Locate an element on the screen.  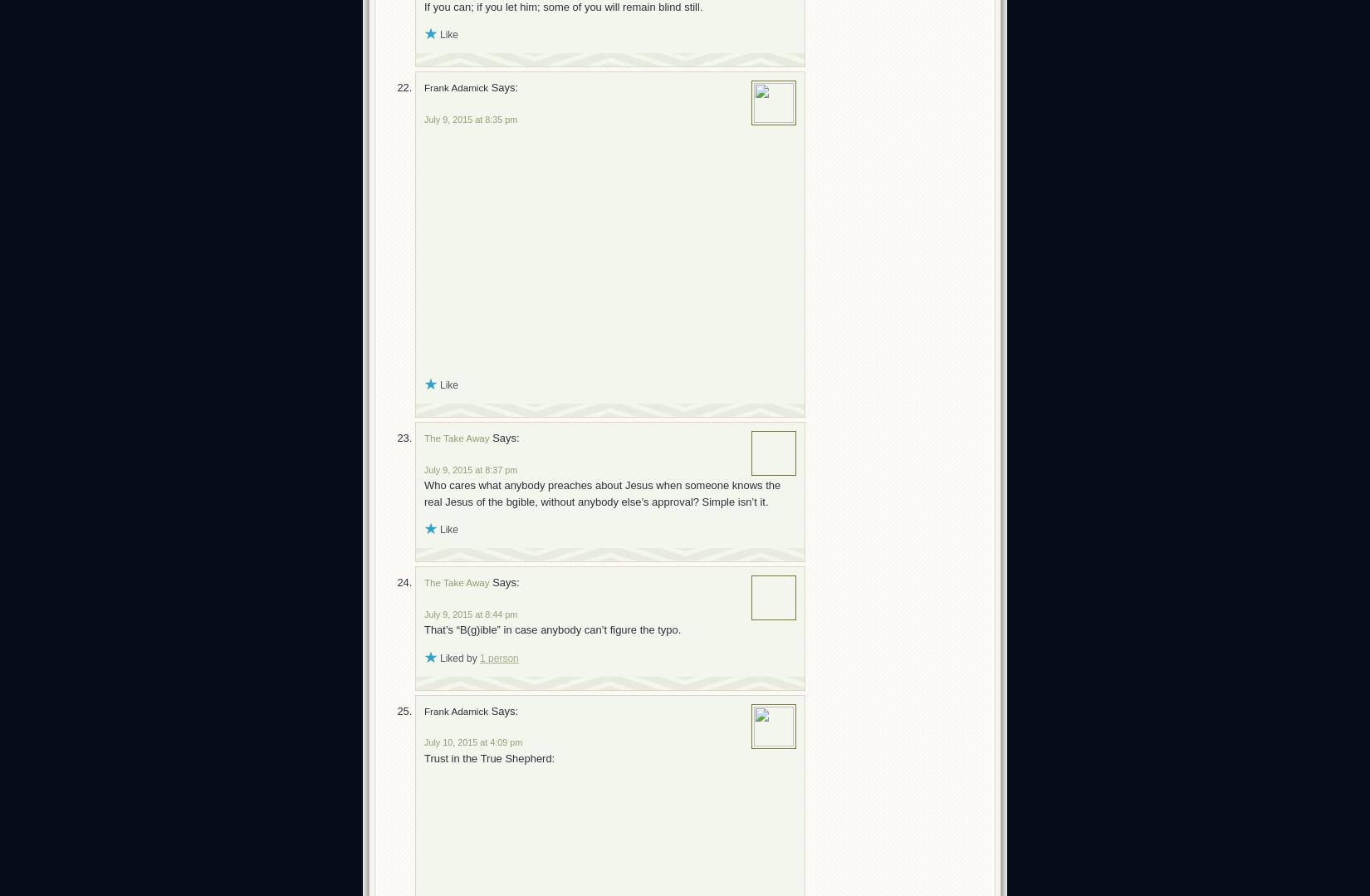
'July 9, 2015 at 8:37 pm' is located at coordinates (423, 468).